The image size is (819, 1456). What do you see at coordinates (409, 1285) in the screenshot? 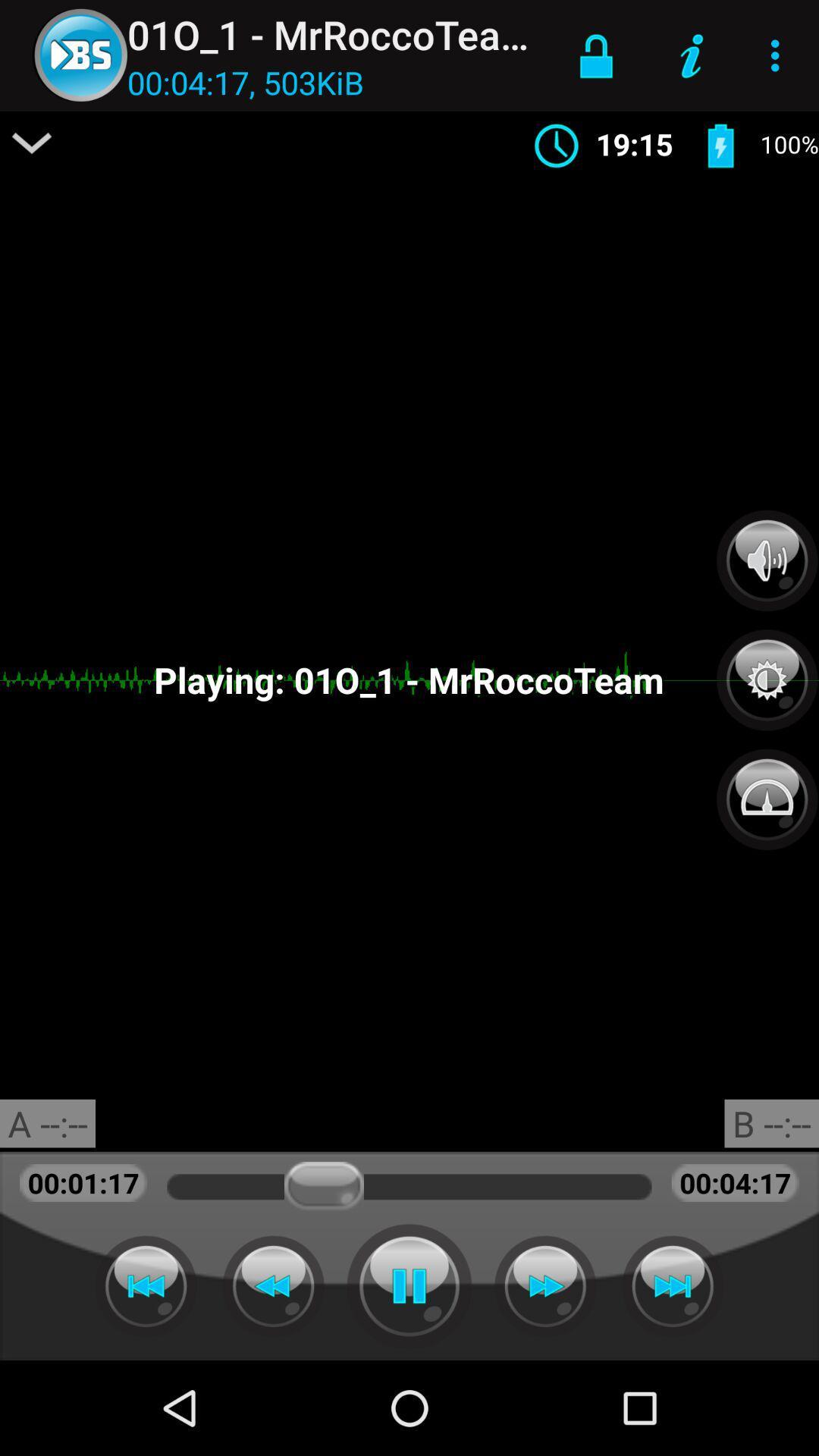
I see `pause the player` at bounding box center [409, 1285].